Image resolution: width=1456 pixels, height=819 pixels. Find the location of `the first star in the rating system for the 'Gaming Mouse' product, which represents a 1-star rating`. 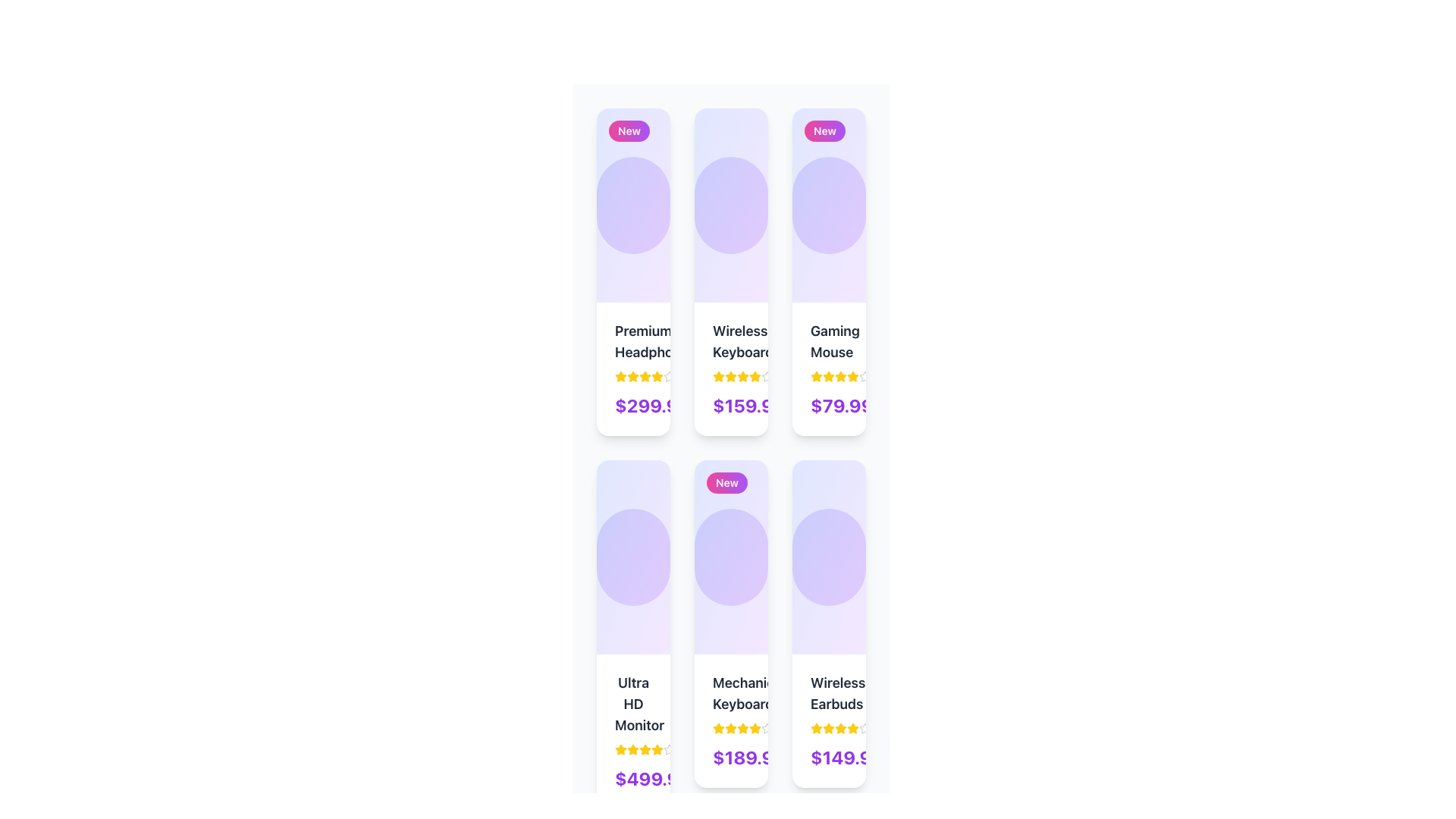

the first star in the rating system for the 'Gaming Mouse' product, which represents a 1-star rating is located at coordinates (815, 376).